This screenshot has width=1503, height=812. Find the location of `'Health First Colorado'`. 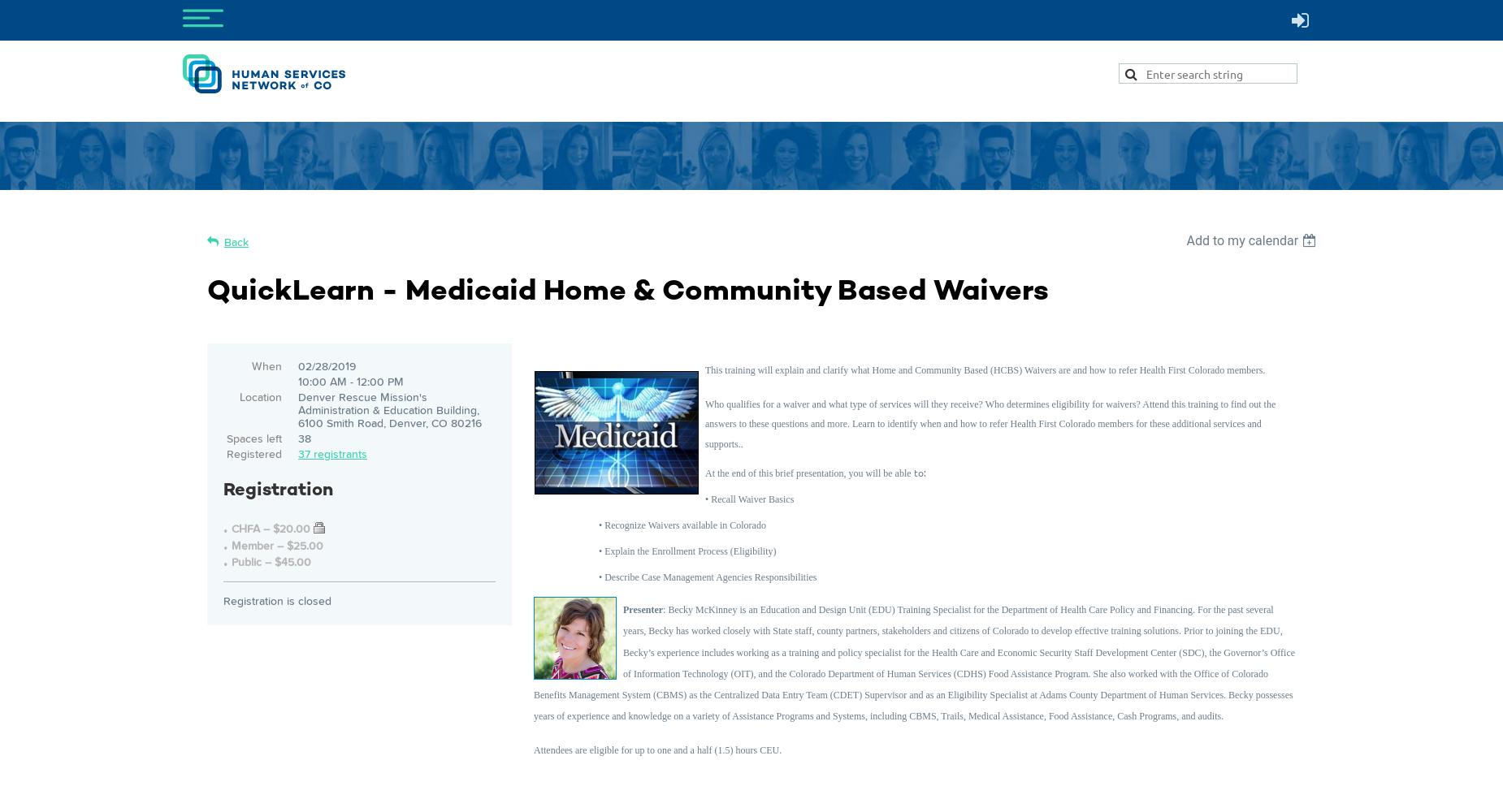

'Health First Colorado' is located at coordinates (1182, 369).